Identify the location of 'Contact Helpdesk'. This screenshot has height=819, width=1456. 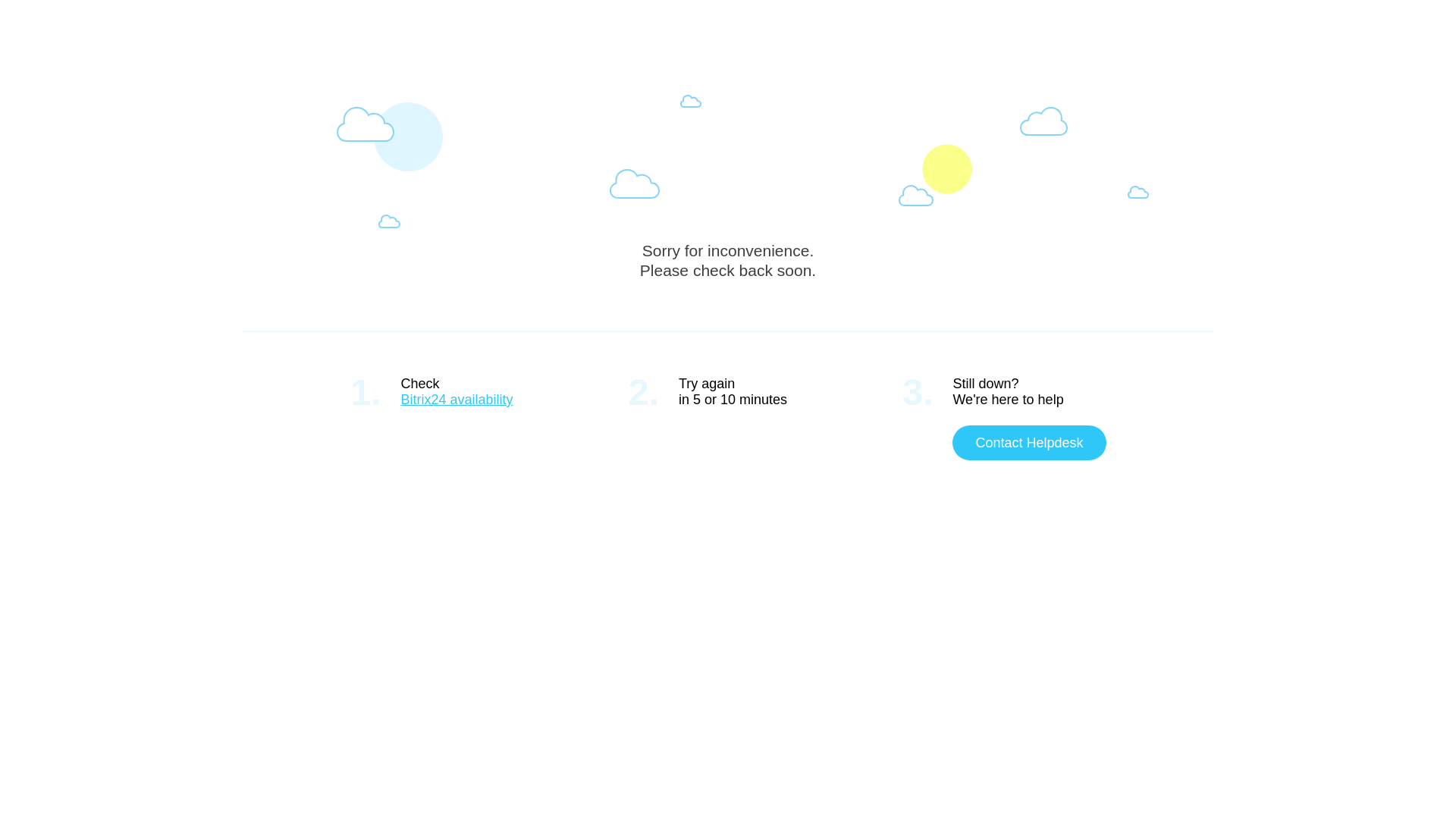
(1029, 442).